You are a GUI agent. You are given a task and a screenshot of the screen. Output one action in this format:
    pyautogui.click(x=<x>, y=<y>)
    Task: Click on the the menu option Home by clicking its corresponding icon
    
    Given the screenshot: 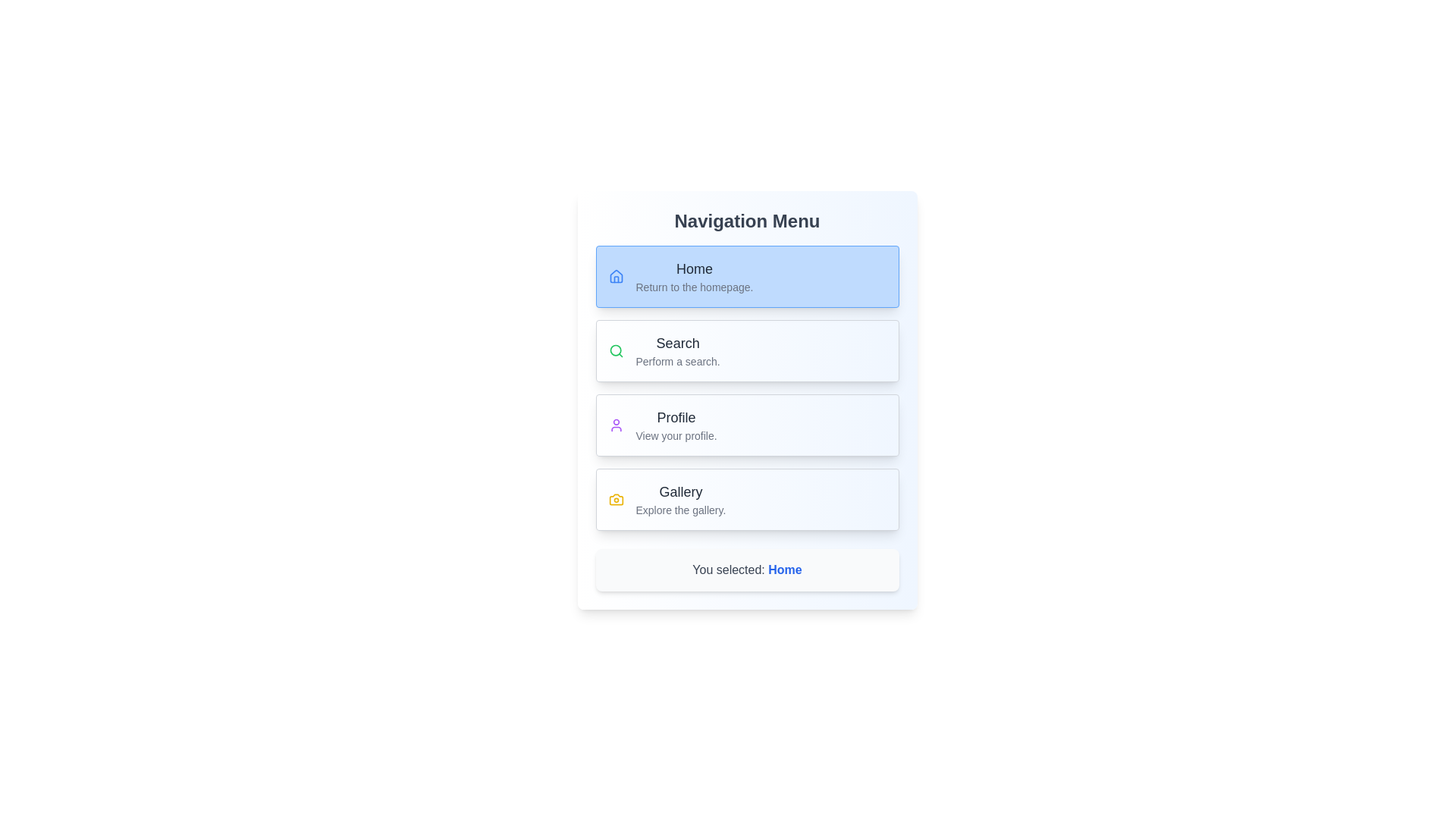 What is the action you would take?
    pyautogui.click(x=616, y=277)
    